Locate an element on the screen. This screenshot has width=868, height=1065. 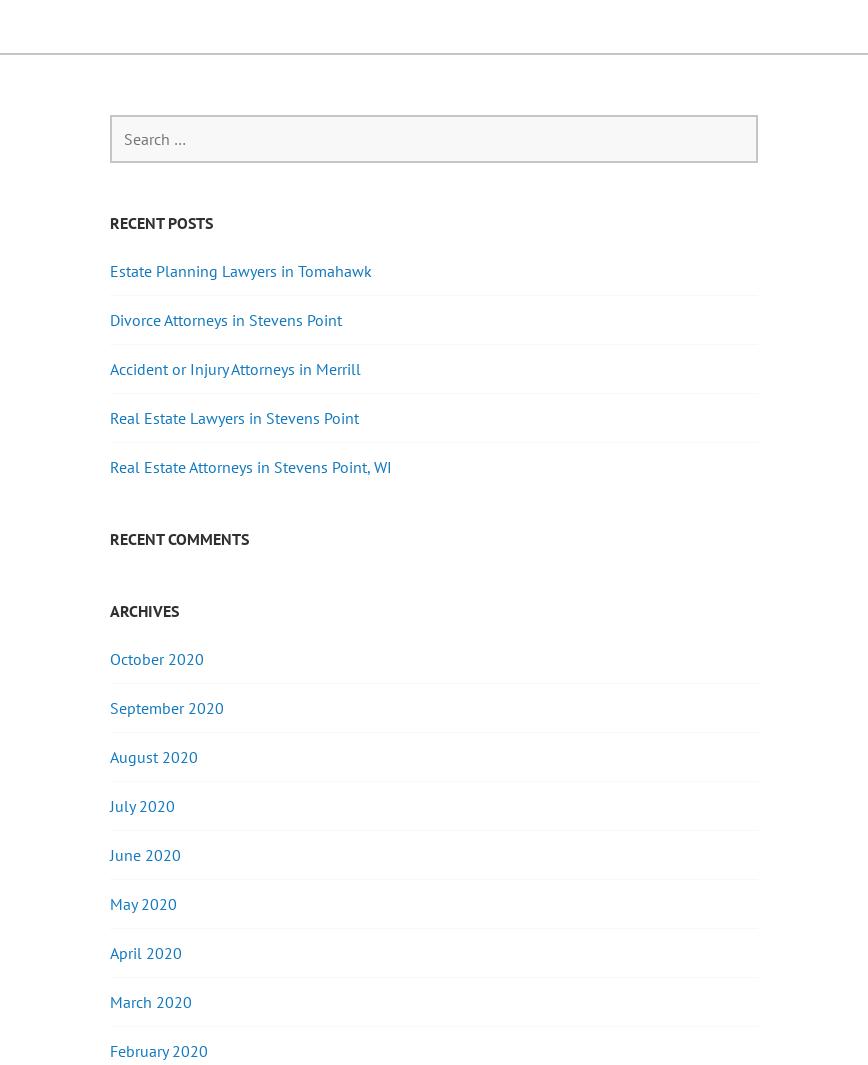
'March 2020' is located at coordinates (109, 1000).